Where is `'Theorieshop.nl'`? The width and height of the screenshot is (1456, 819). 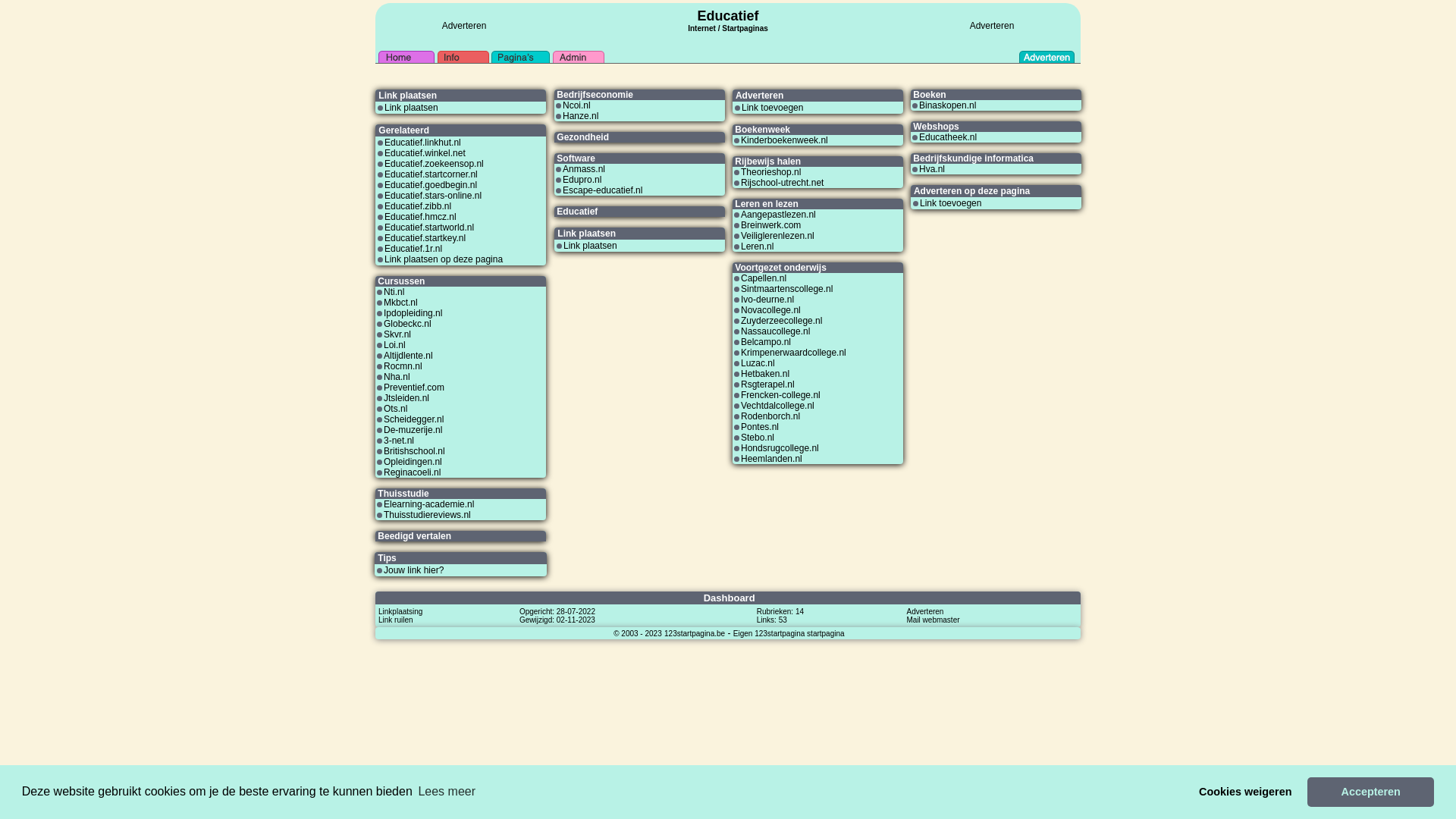 'Theorieshop.nl' is located at coordinates (770, 171).